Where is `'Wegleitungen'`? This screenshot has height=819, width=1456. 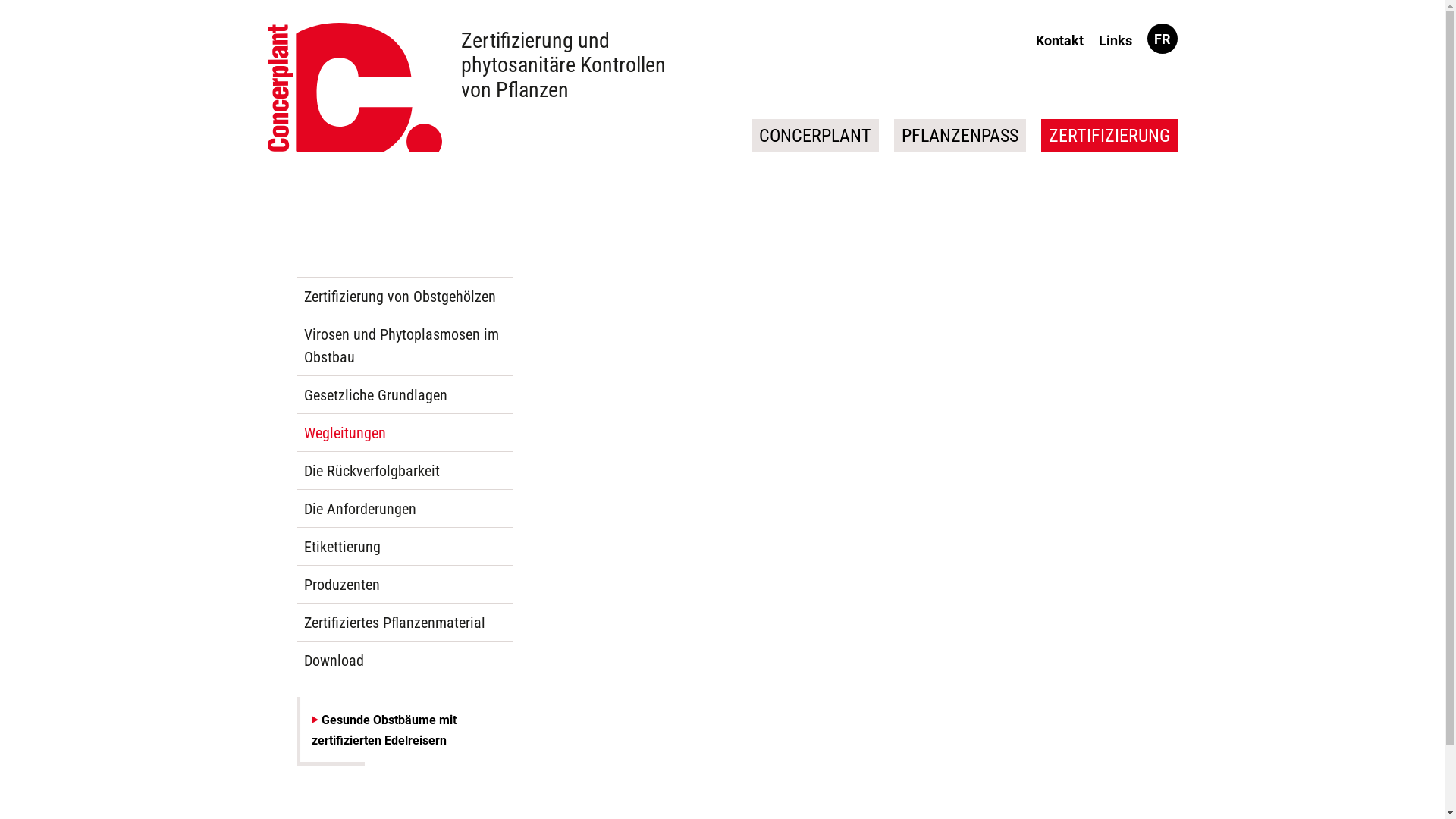
'Wegleitungen' is located at coordinates (403, 432).